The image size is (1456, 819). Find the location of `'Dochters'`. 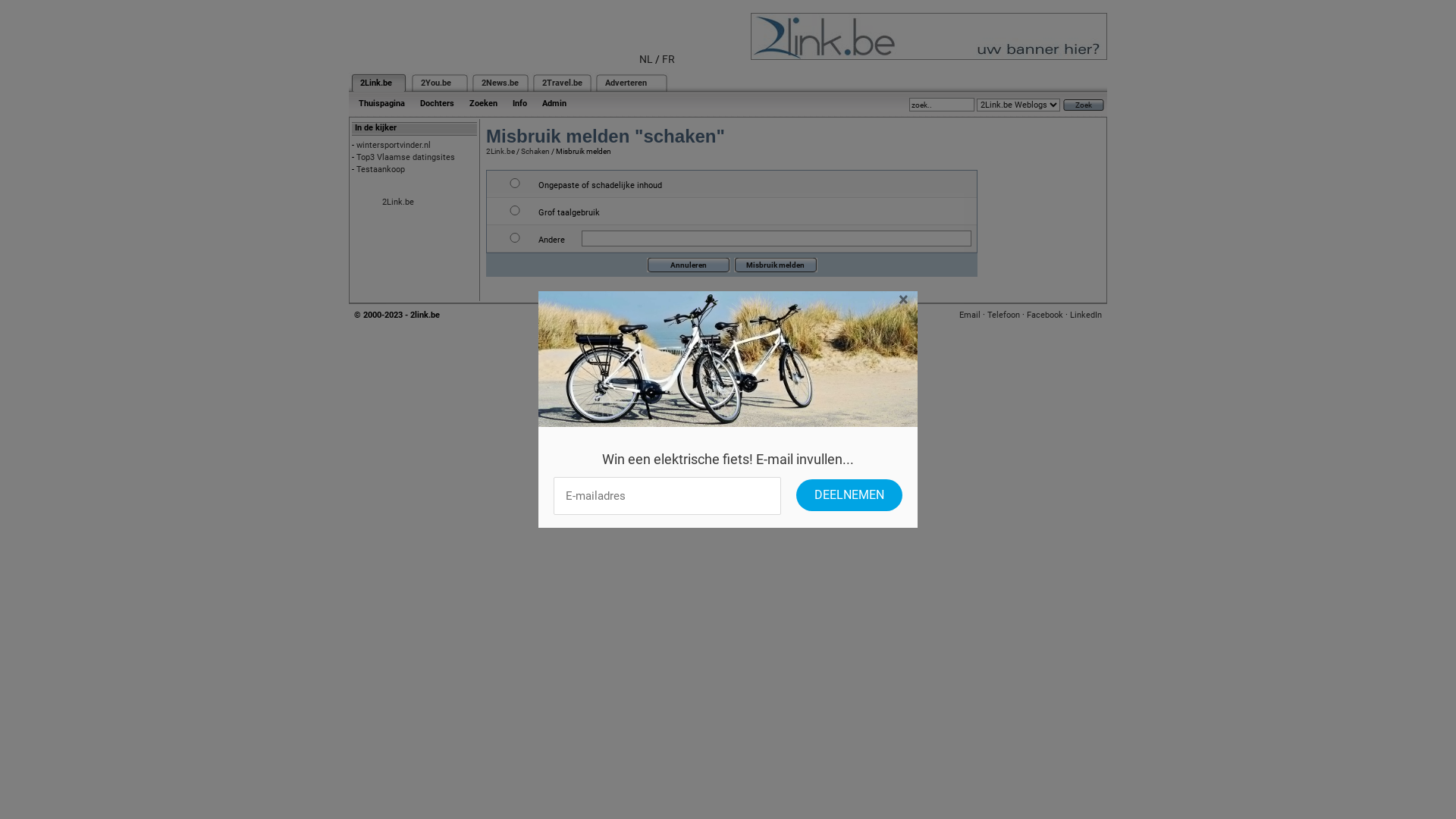

'Dochters' is located at coordinates (412, 102).